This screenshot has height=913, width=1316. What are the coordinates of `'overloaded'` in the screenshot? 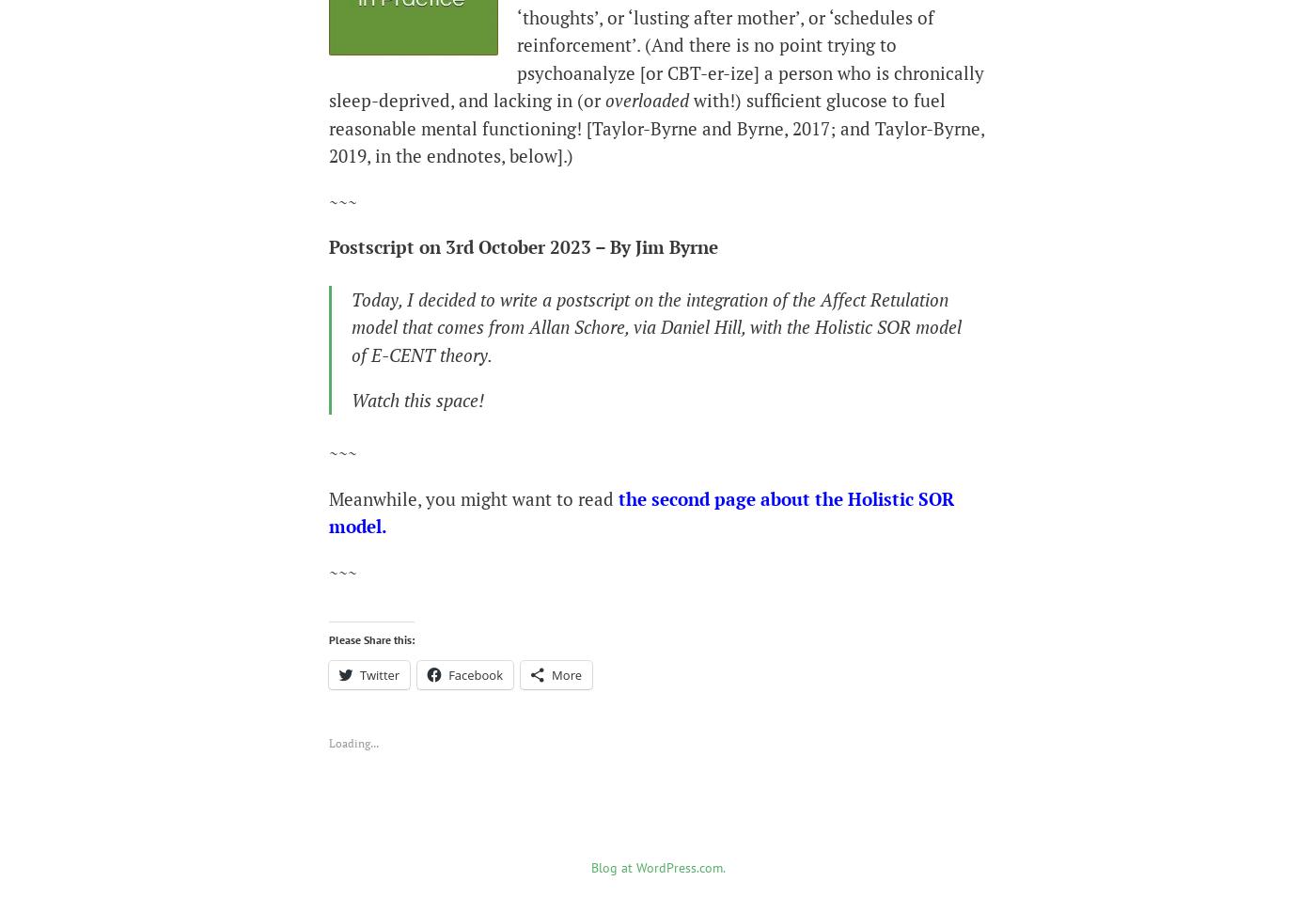 It's located at (647, 99).